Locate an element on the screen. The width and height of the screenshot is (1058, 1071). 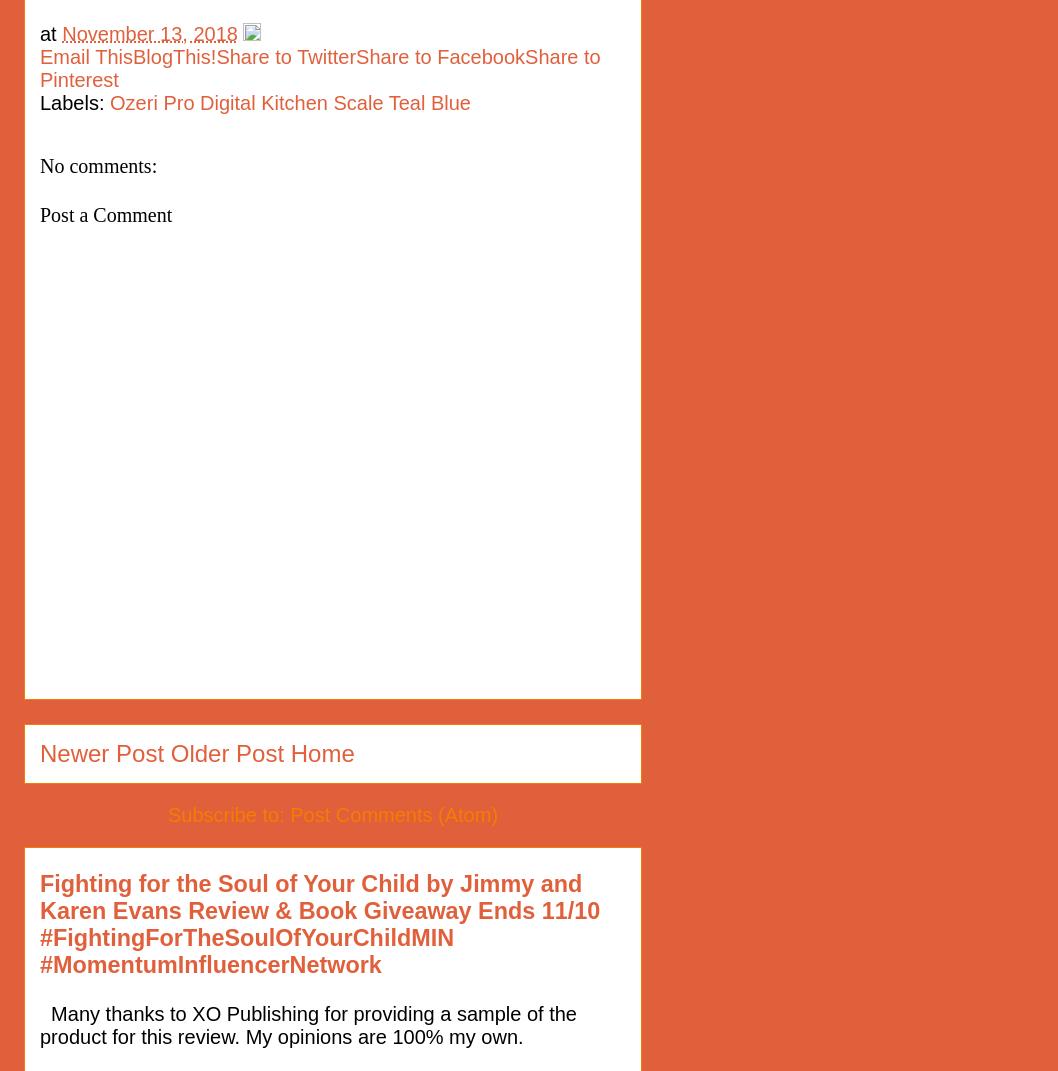
'Newer Post' is located at coordinates (100, 753).